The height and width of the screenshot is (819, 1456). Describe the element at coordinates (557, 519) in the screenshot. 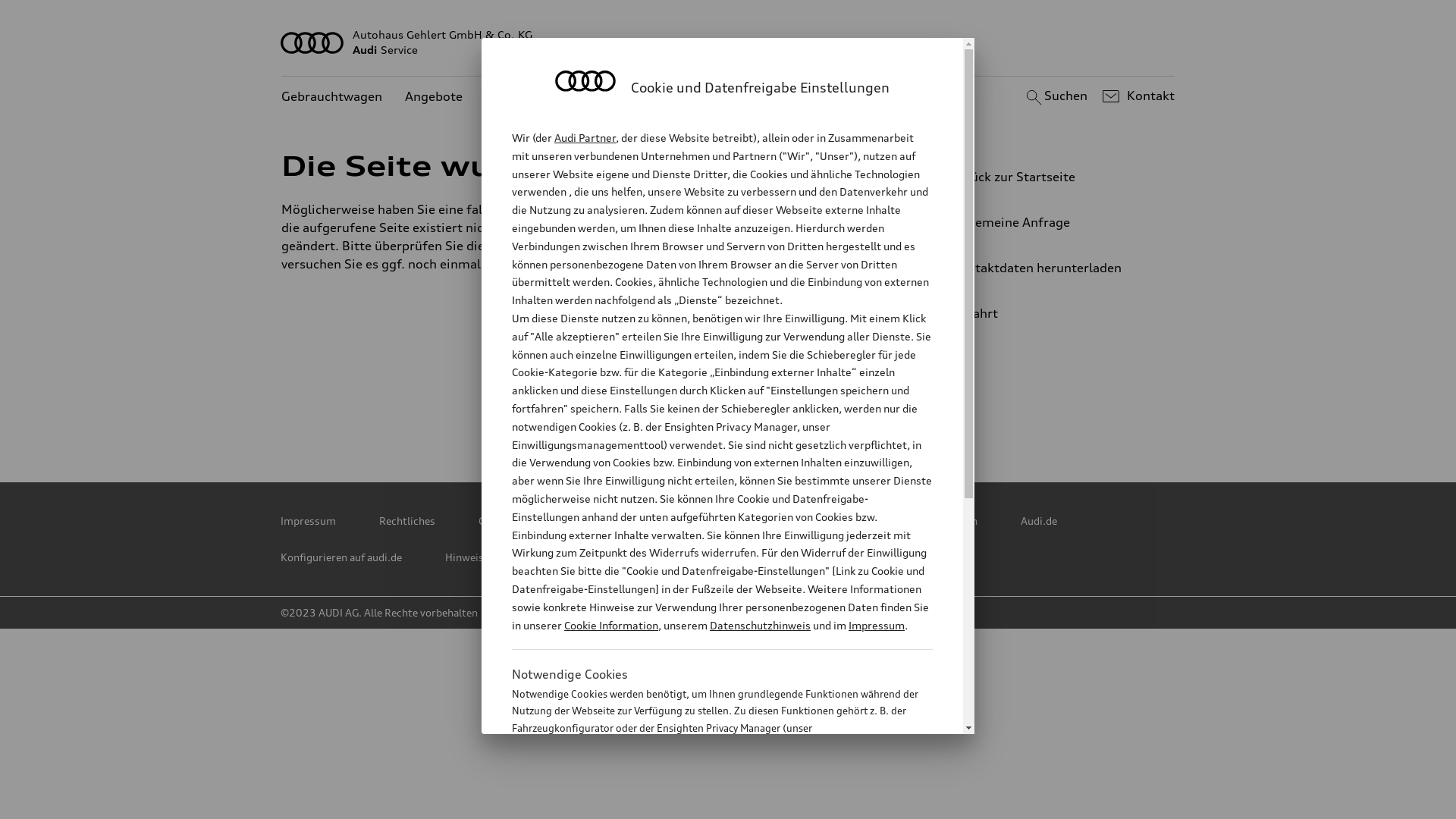

I see `'Copyright & Haftungsausschluss'` at that location.